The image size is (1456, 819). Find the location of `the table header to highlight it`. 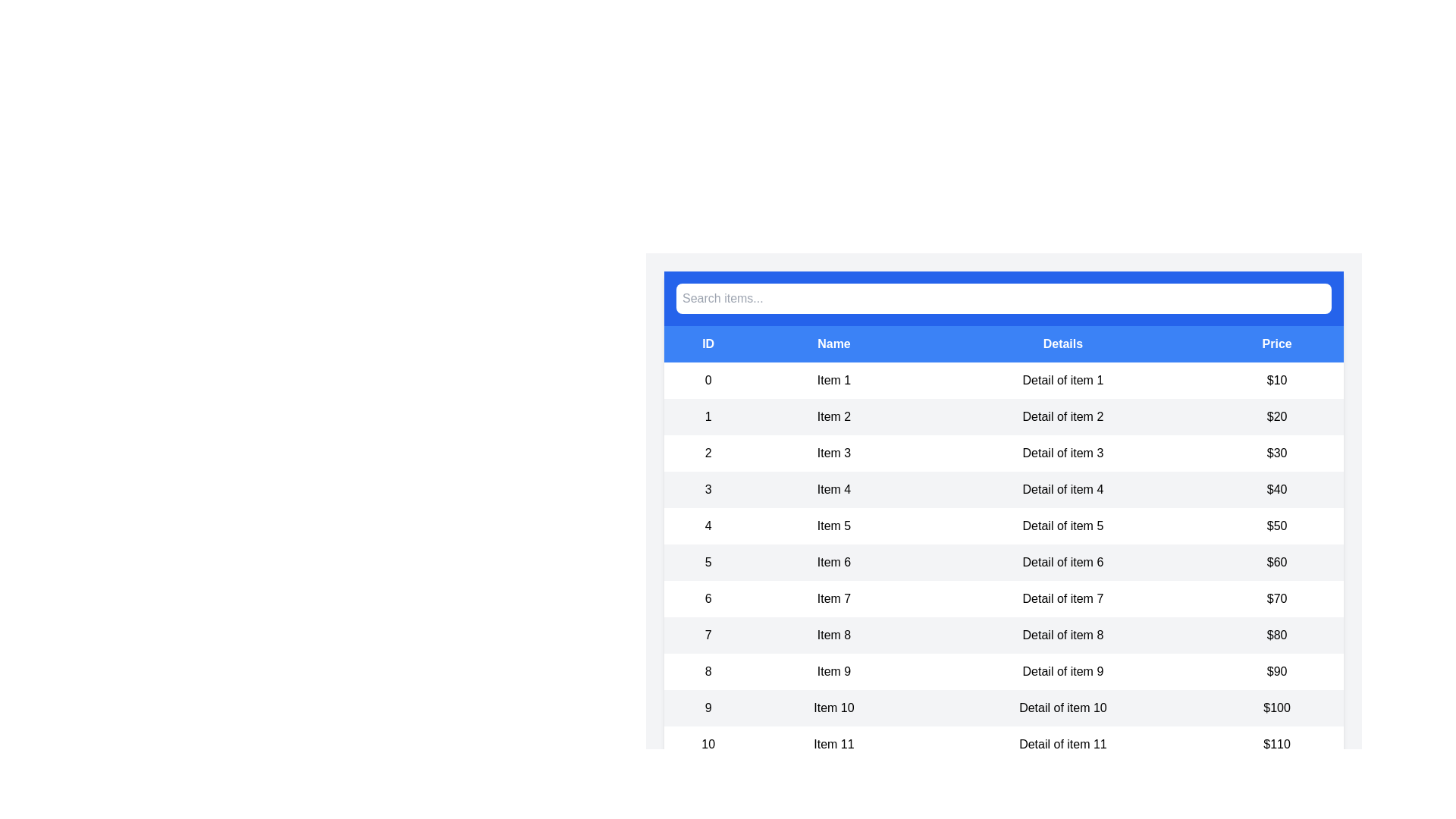

the table header to highlight it is located at coordinates (1004, 344).